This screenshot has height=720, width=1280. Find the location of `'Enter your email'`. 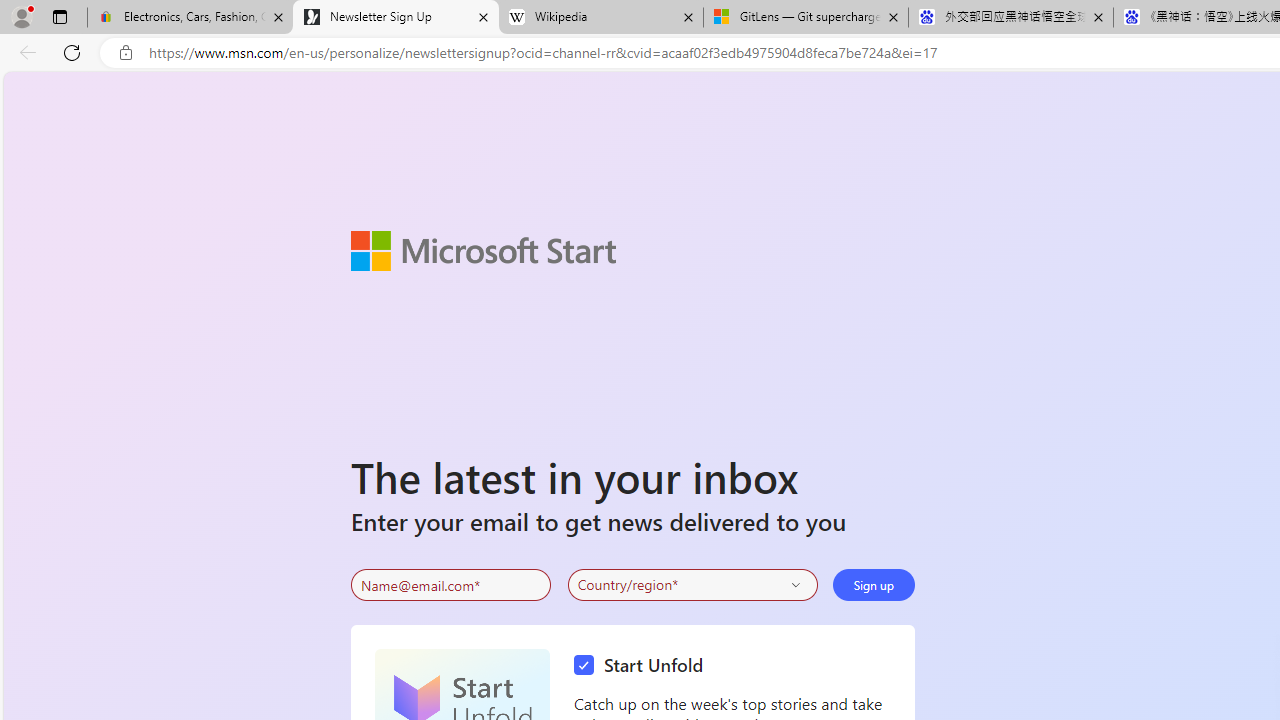

'Enter your email' is located at coordinates (449, 585).